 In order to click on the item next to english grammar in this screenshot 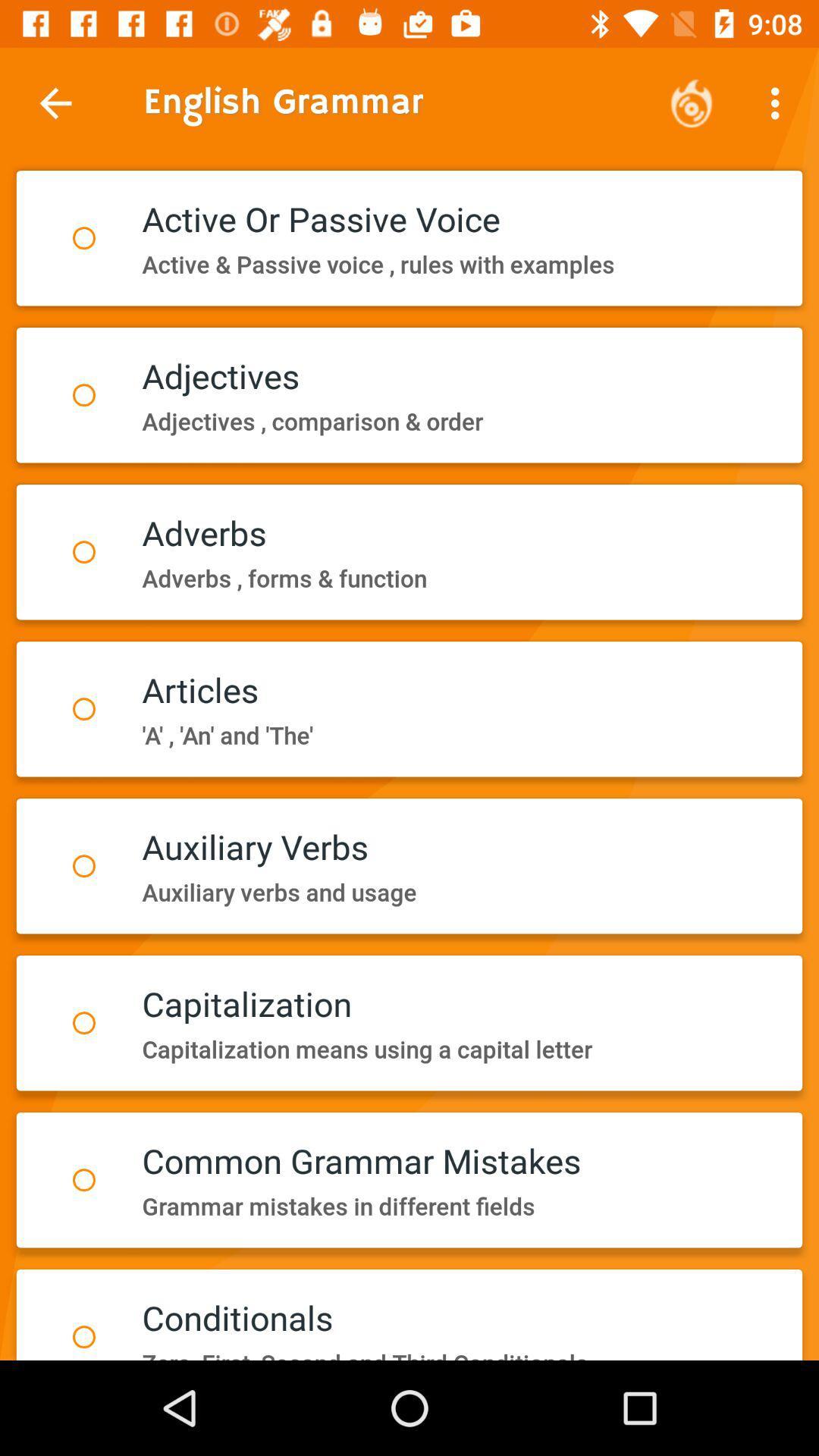, I will do `click(691, 102)`.